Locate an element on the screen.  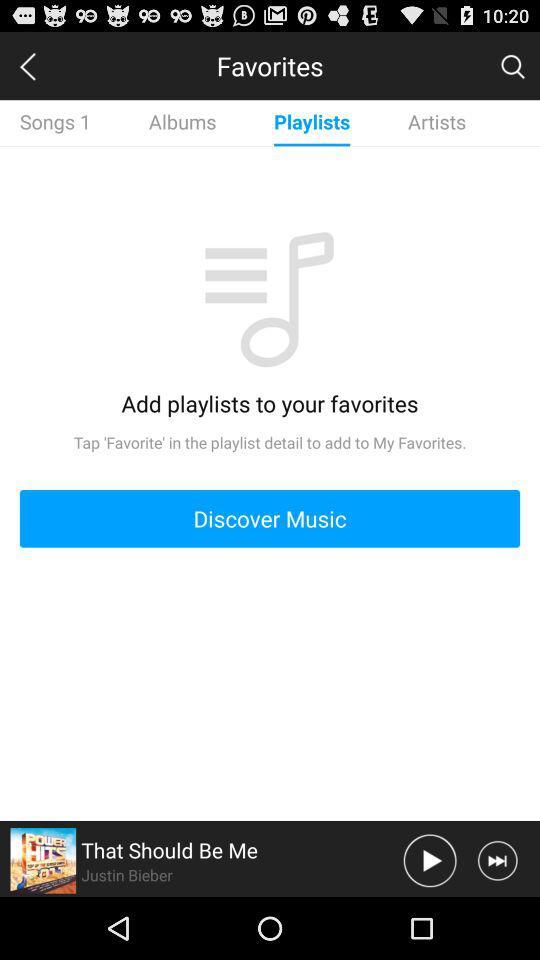
the play icon is located at coordinates (429, 921).